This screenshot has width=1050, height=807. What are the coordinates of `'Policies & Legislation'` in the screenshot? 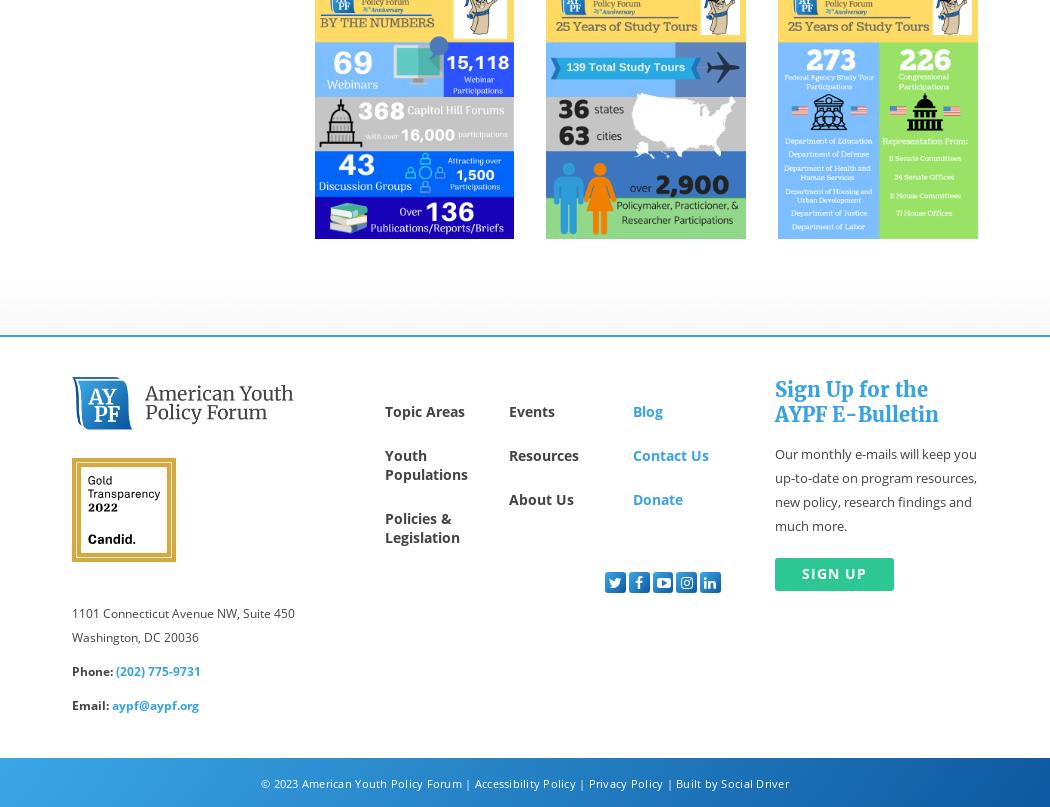 It's located at (420, 528).